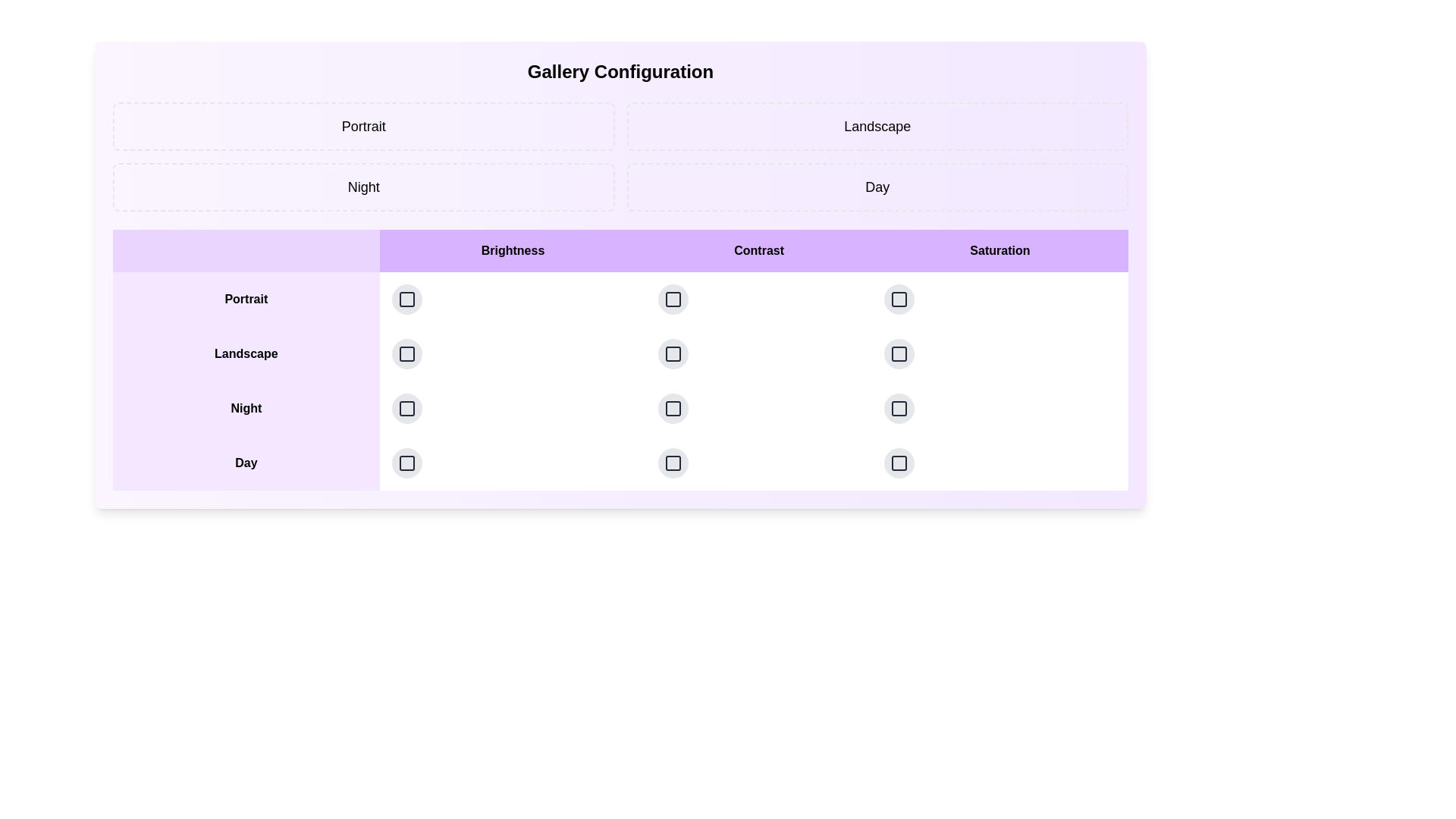  Describe the element at coordinates (899, 299) in the screenshot. I see `the selectable option button in the 'Saturation' column aligned with the 'Day' row in the 'Gallery Configuration' interface` at that location.